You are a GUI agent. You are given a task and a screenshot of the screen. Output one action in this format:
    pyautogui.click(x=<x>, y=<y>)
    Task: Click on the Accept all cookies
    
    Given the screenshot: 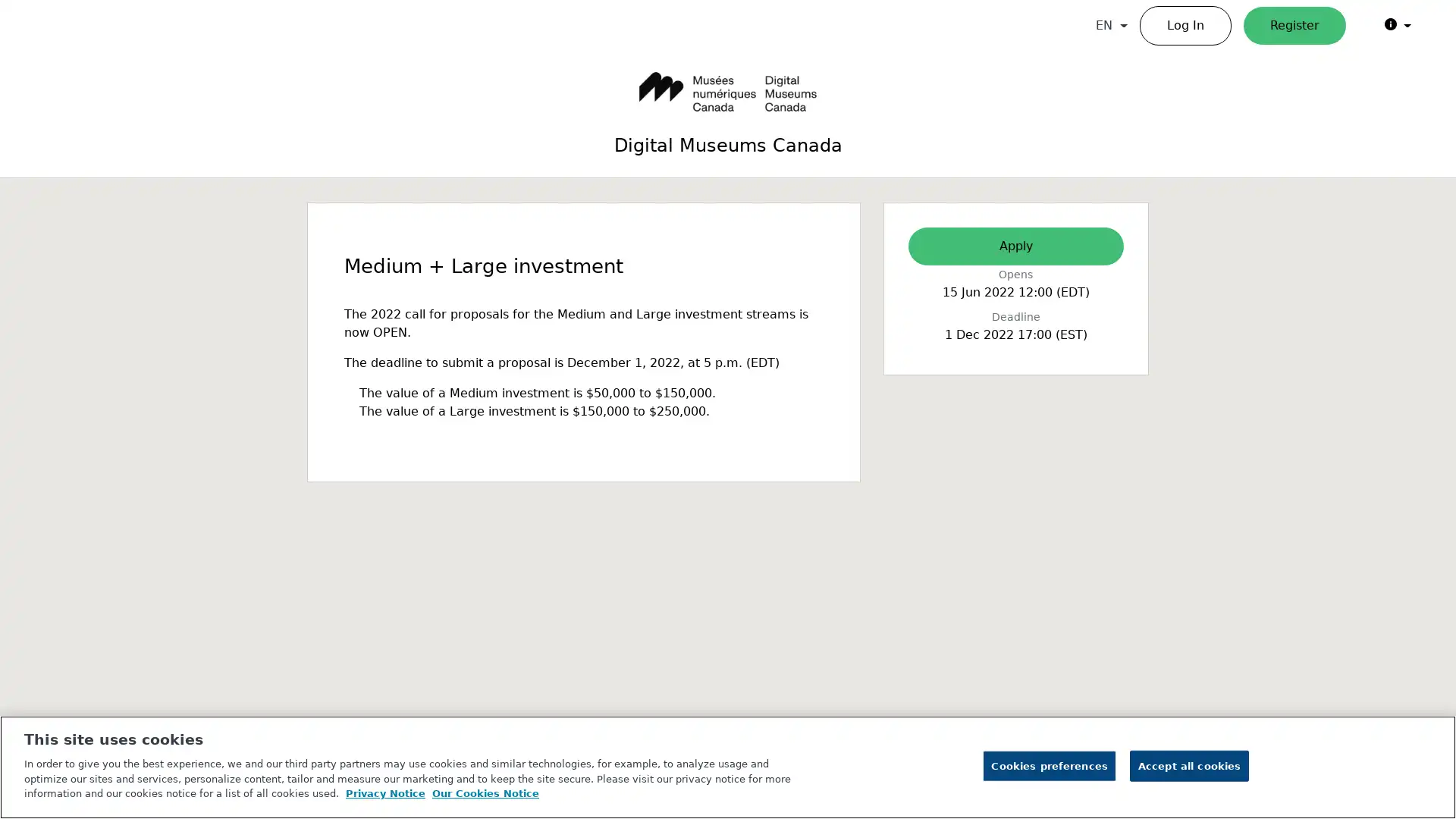 What is the action you would take?
    pyautogui.click(x=1188, y=766)
    